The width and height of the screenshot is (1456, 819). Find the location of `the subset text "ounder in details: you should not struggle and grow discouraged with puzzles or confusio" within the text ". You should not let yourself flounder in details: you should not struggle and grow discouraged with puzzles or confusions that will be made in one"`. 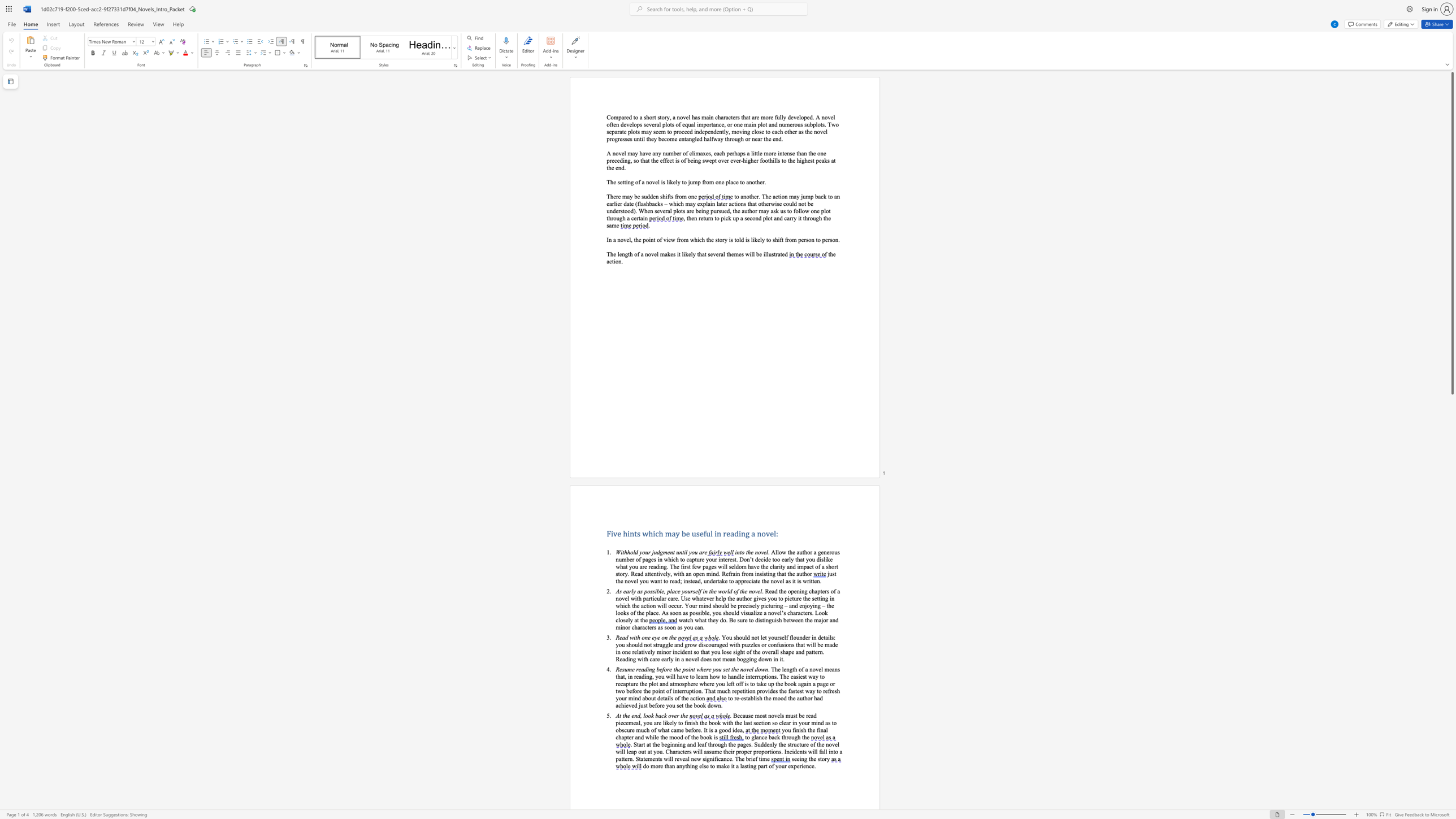

the subset text "ounder in details: you should not struggle and grow discouraged with puzzles or confusio" within the text ". You should not let yourself flounder in details: you should not struggle and grow discouraged with puzzles or confusions that will be made in one" is located at coordinates (793, 638).